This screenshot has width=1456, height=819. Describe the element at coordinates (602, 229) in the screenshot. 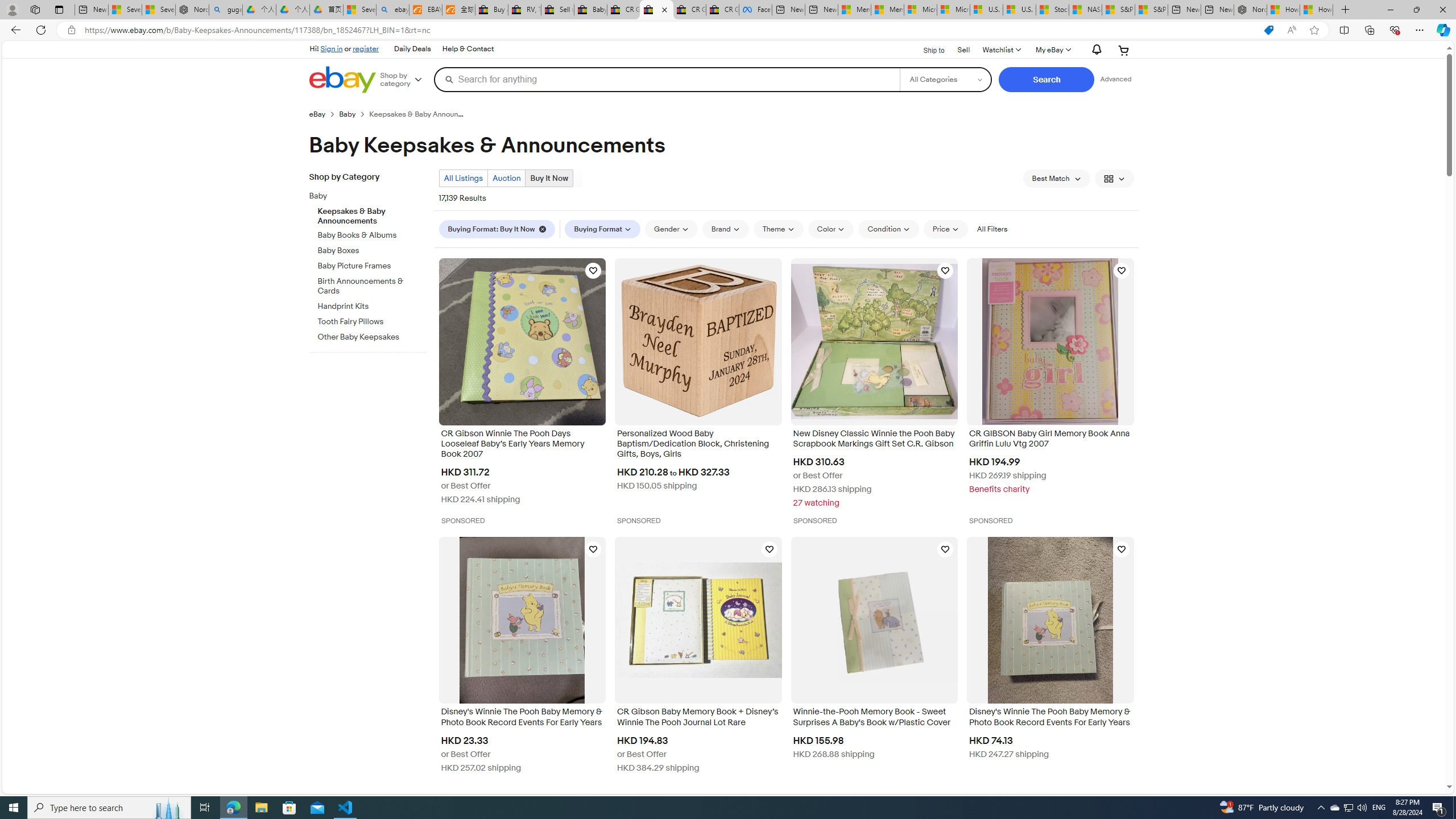

I see `'Buying Format'` at that location.